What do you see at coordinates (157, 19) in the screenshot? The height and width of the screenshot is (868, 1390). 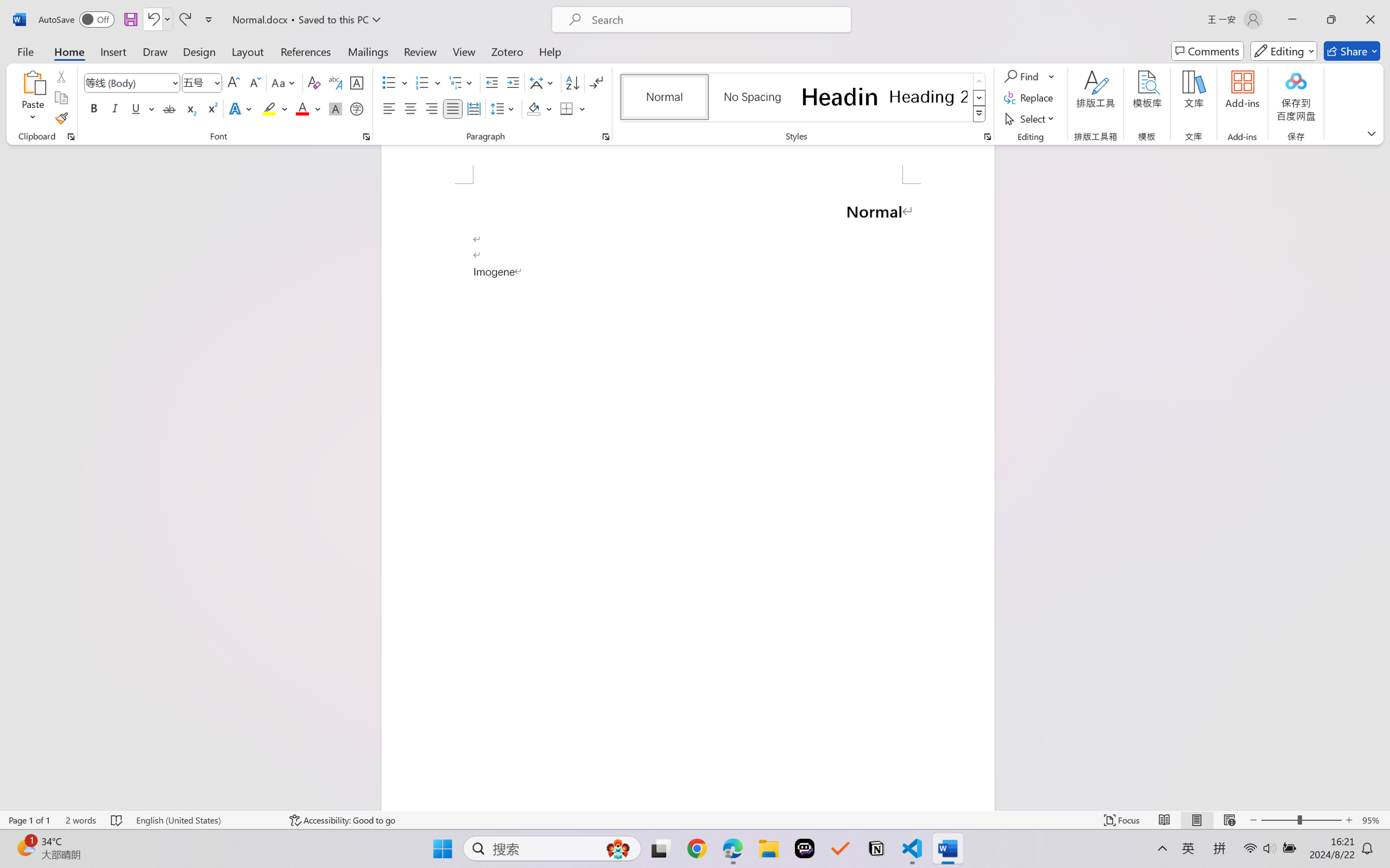 I see `'Undo Typing'` at bounding box center [157, 19].